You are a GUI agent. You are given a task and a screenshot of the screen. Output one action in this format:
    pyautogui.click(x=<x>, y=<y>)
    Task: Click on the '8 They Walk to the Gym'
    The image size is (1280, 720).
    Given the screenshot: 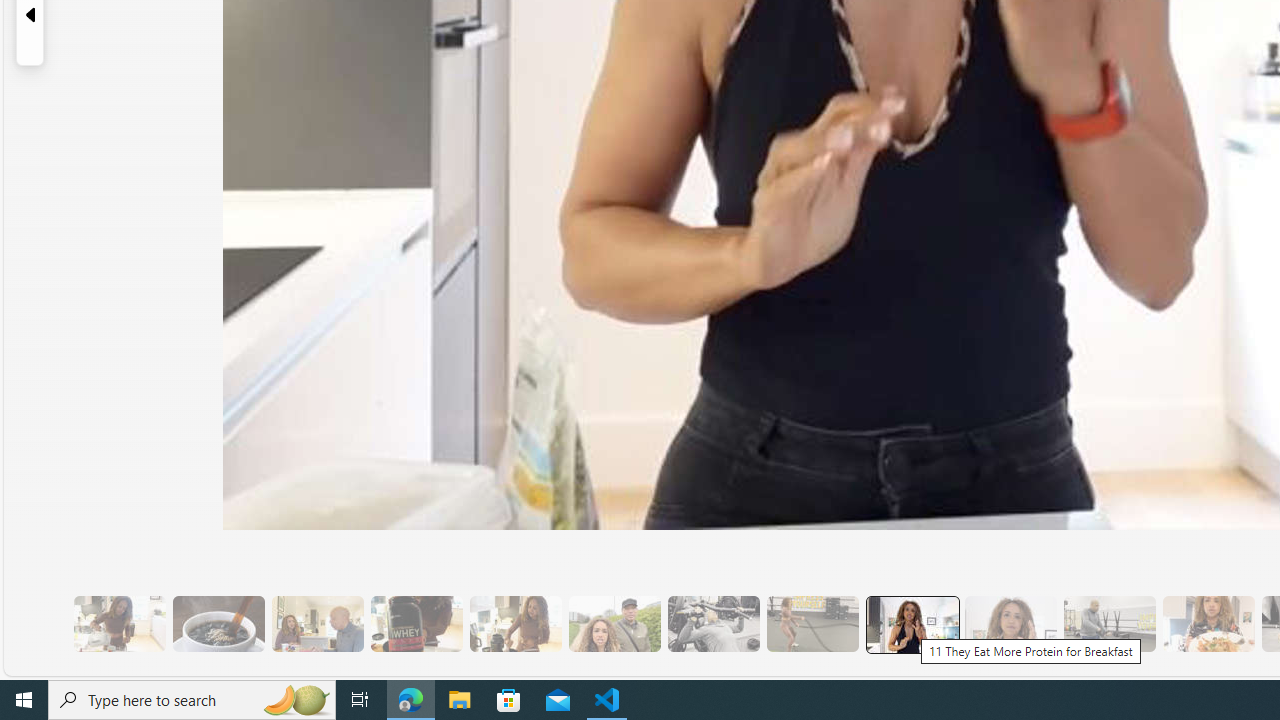 What is the action you would take?
    pyautogui.click(x=613, y=623)
    